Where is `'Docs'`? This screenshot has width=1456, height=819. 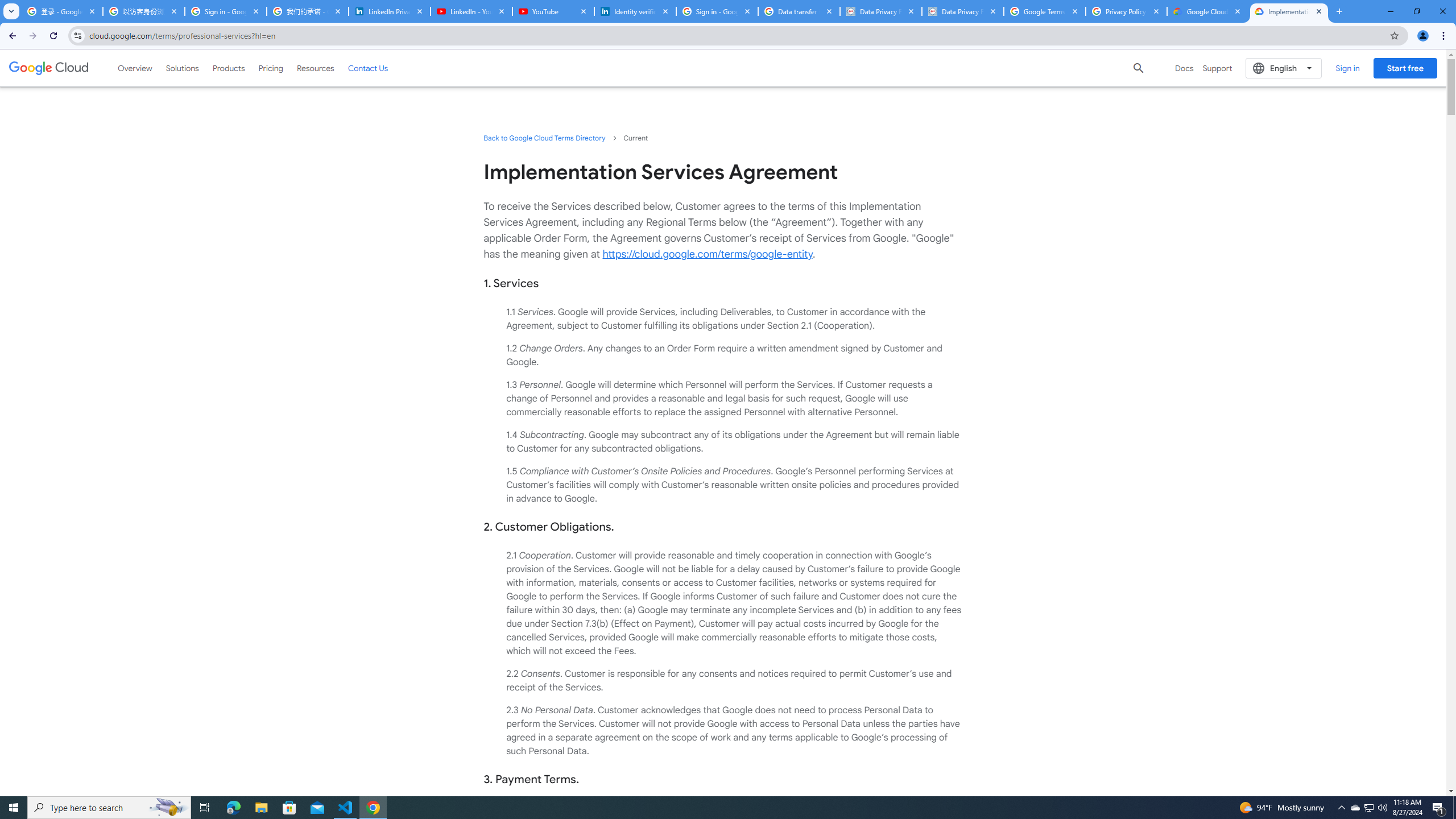
'Docs' is located at coordinates (1184, 67).